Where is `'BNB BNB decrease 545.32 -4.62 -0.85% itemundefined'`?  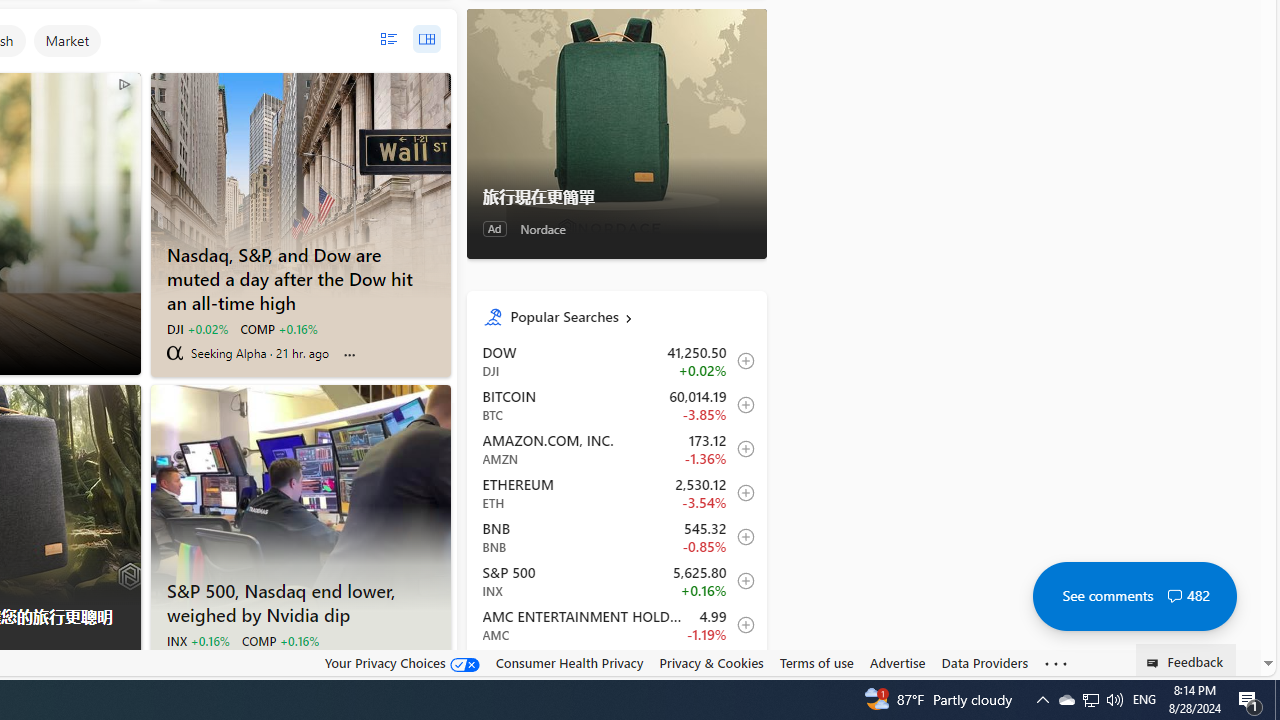
'BNB BNB decrease 545.32 -4.62 -0.85% itemundefined' is located at coordinates (615, 535).